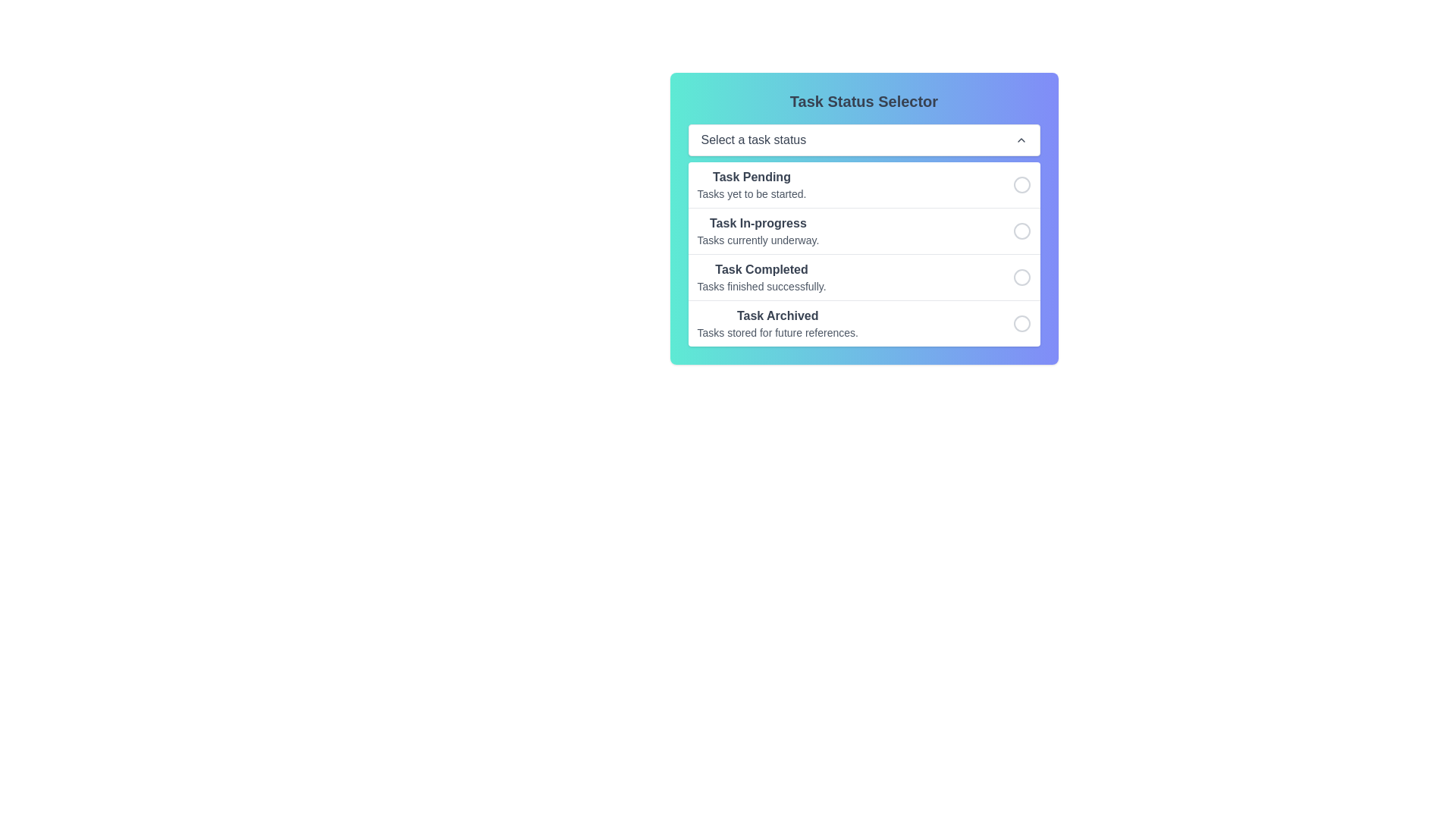  Describe the element at coordinates (1021, 278) in the screenshot. I see `the circular radio button representation in the 'Task Completed' section of the 'Task Status Selector' dropdown list` at that location.